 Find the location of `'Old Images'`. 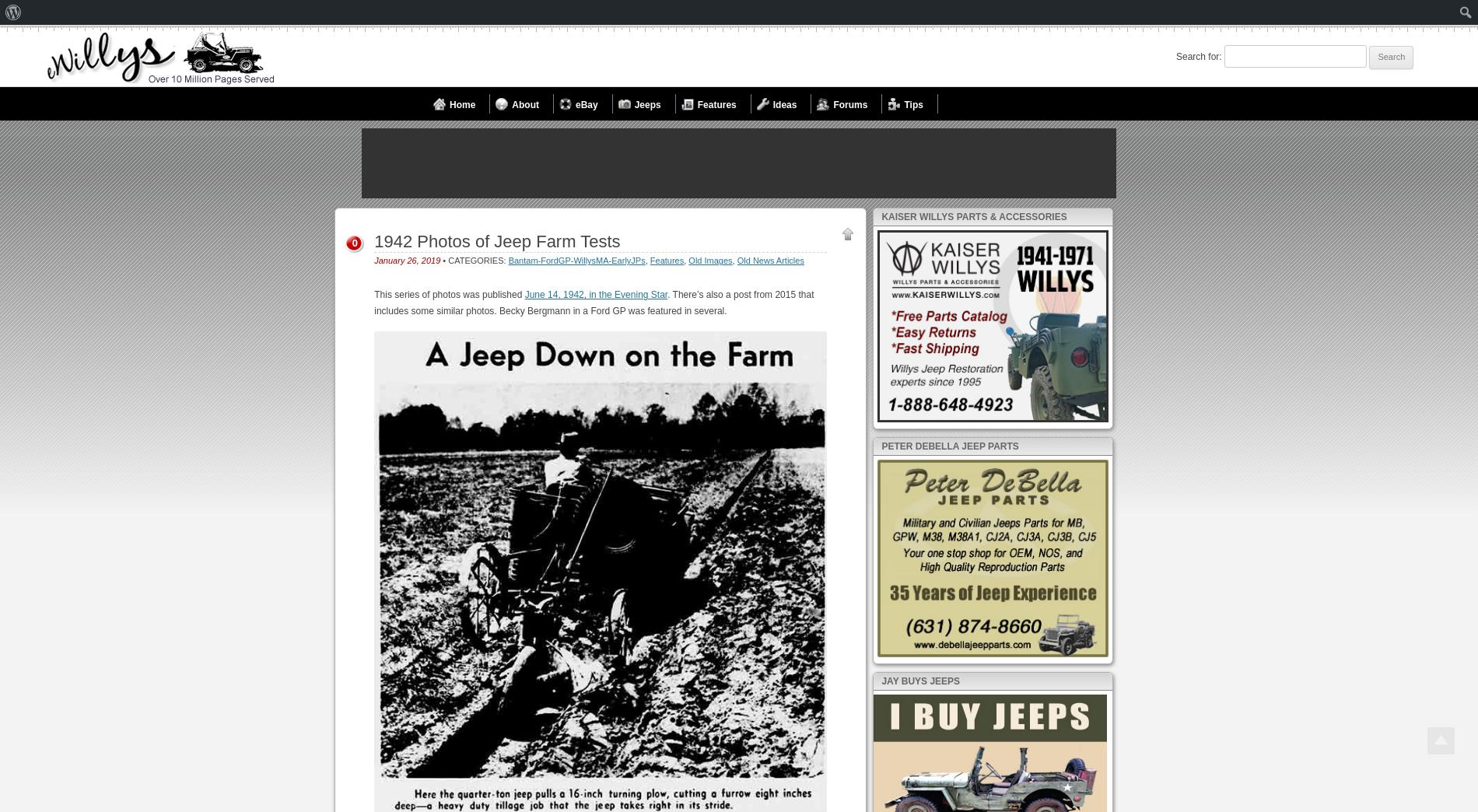

'Old Images' is located at coordinates (709, 261).